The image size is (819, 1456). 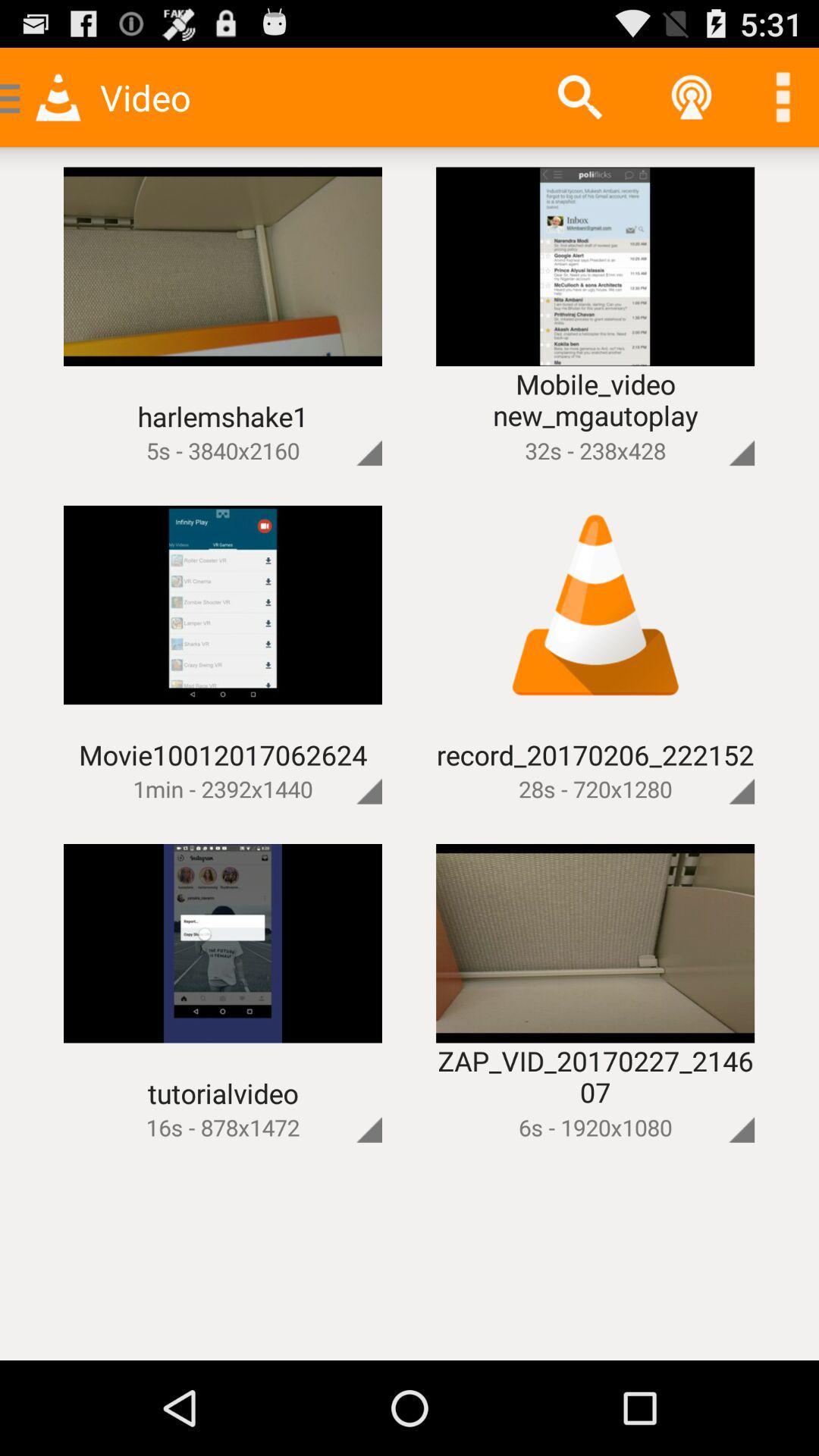 I want to click on open video, so click(x=716, y=765).